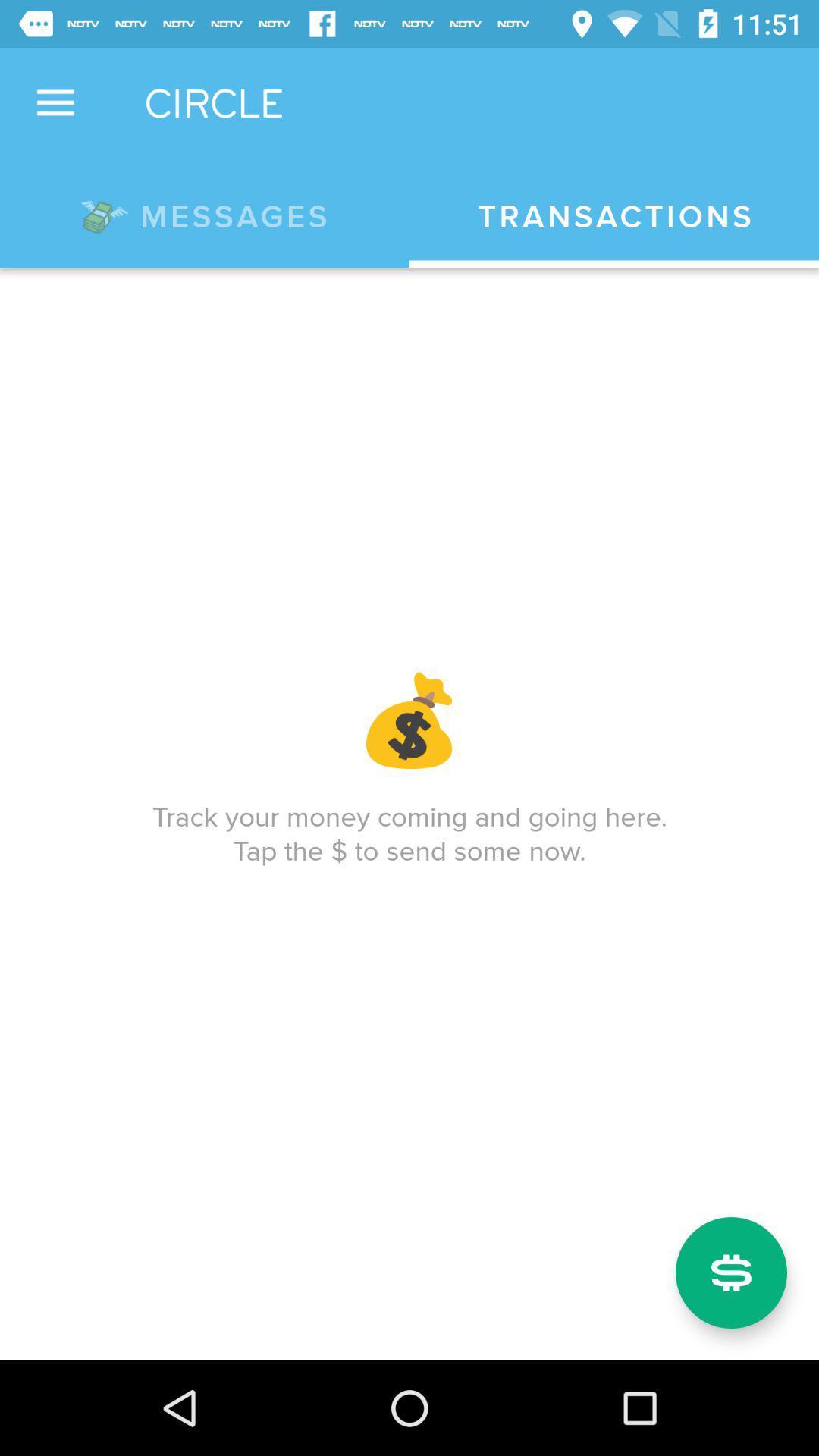 Image resolution: width=819 pixels, height=1456 pixels. I want to click on the item to the right of the *messages app, so click(614, 216).